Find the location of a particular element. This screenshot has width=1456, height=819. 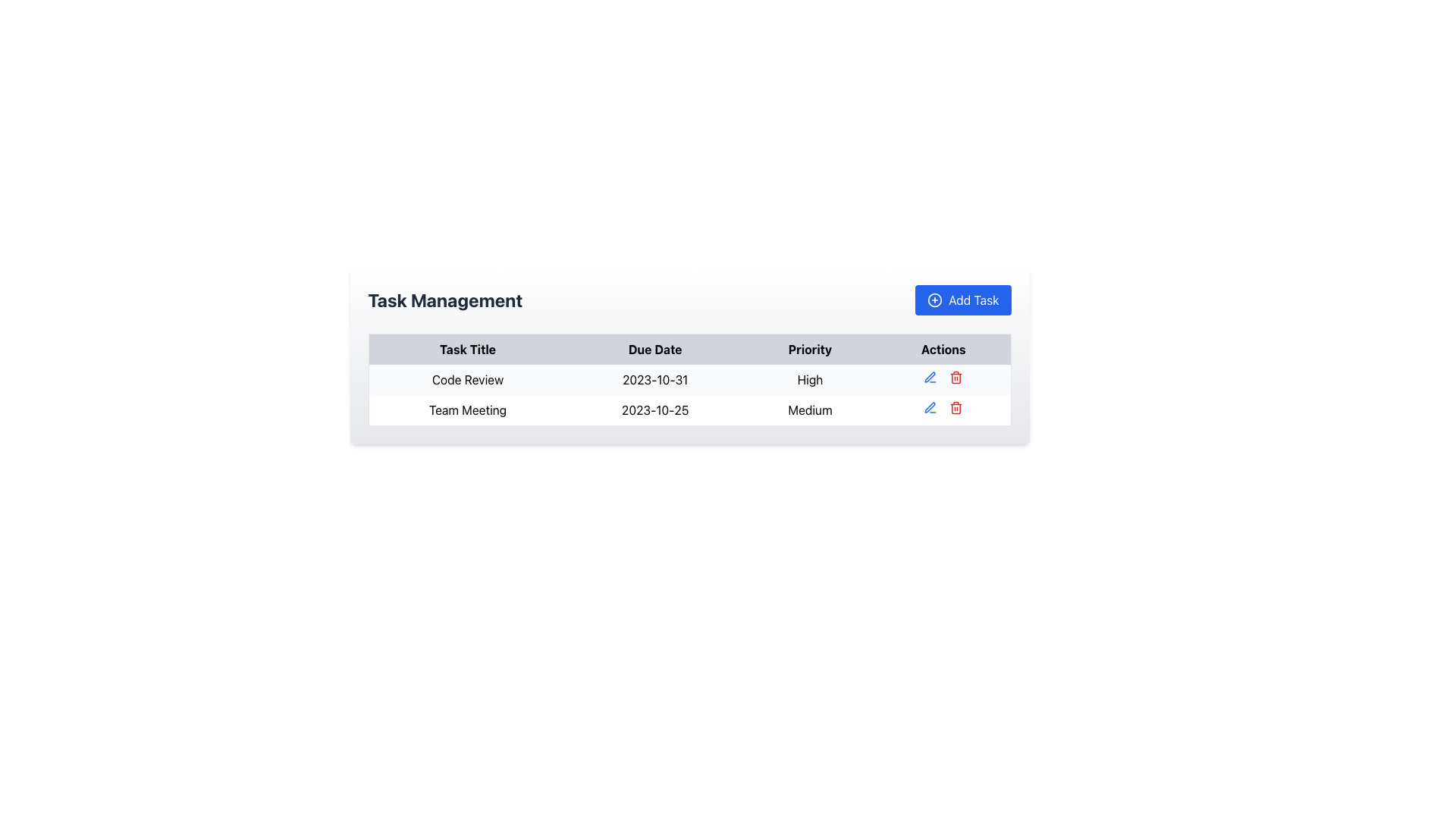

the 'Add Task' icon located to the left of the text 'Add Task' in the top-right corner button is located at coordinates (934, 300).